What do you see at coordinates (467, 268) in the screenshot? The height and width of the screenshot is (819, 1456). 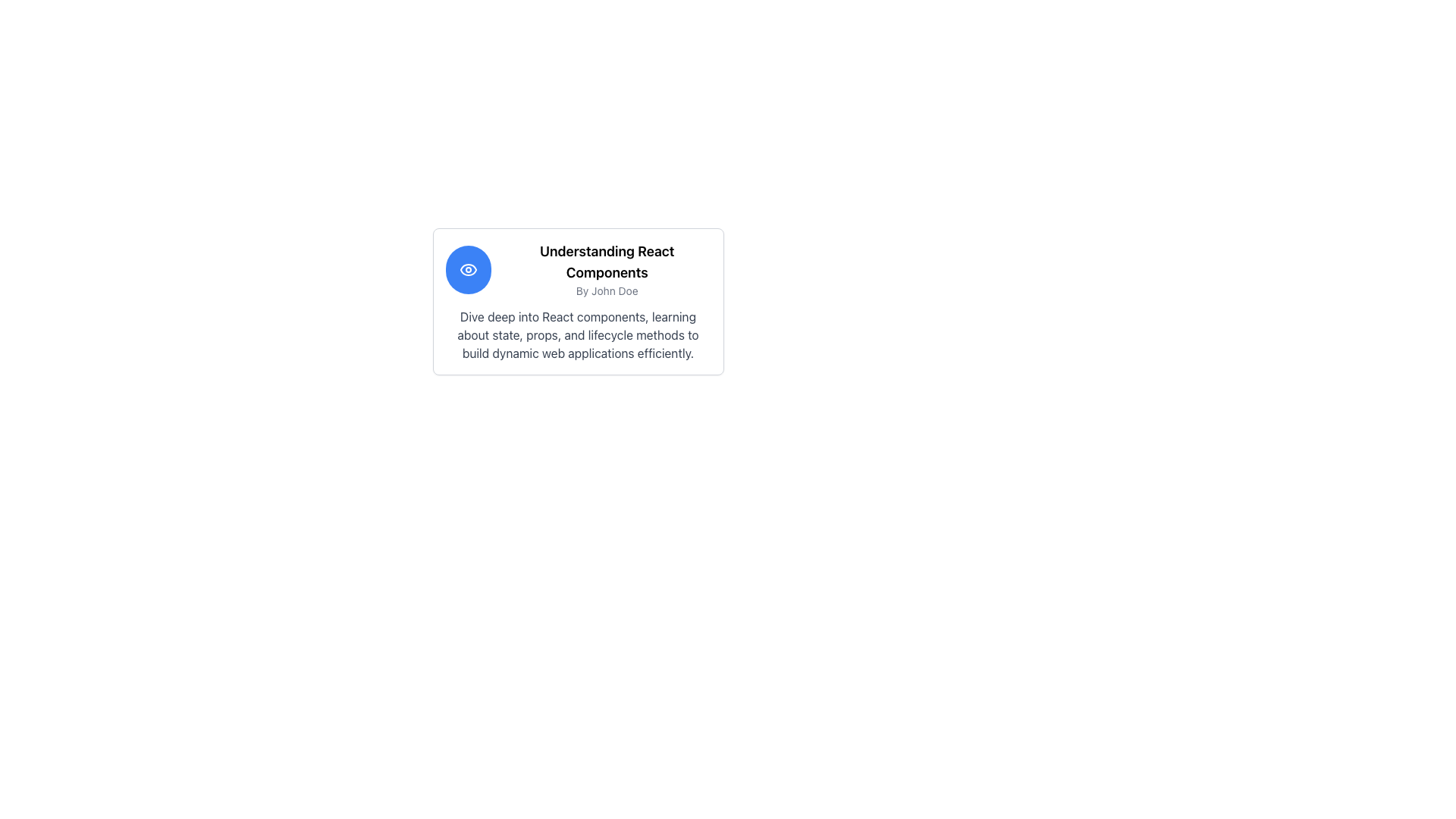 I see `the blue circular button with a white eye icon located to the left of the 'Understanding React Components' tutorial text by John Doe` at bounding box center [467, 268].